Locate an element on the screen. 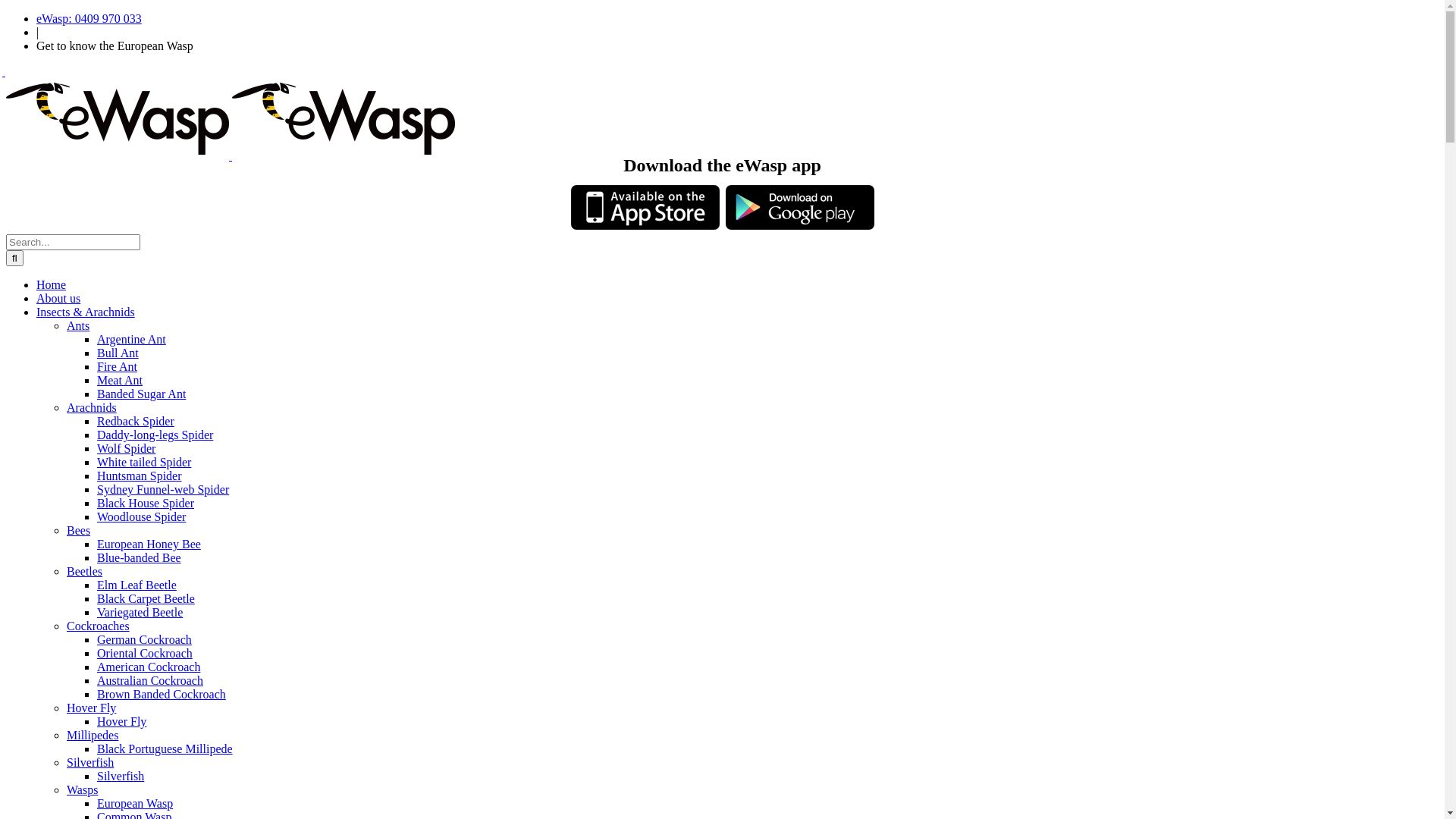 The height and width of the screenshot is (819, 1456). 'European Wasp' is located at coordinates (96, 802).